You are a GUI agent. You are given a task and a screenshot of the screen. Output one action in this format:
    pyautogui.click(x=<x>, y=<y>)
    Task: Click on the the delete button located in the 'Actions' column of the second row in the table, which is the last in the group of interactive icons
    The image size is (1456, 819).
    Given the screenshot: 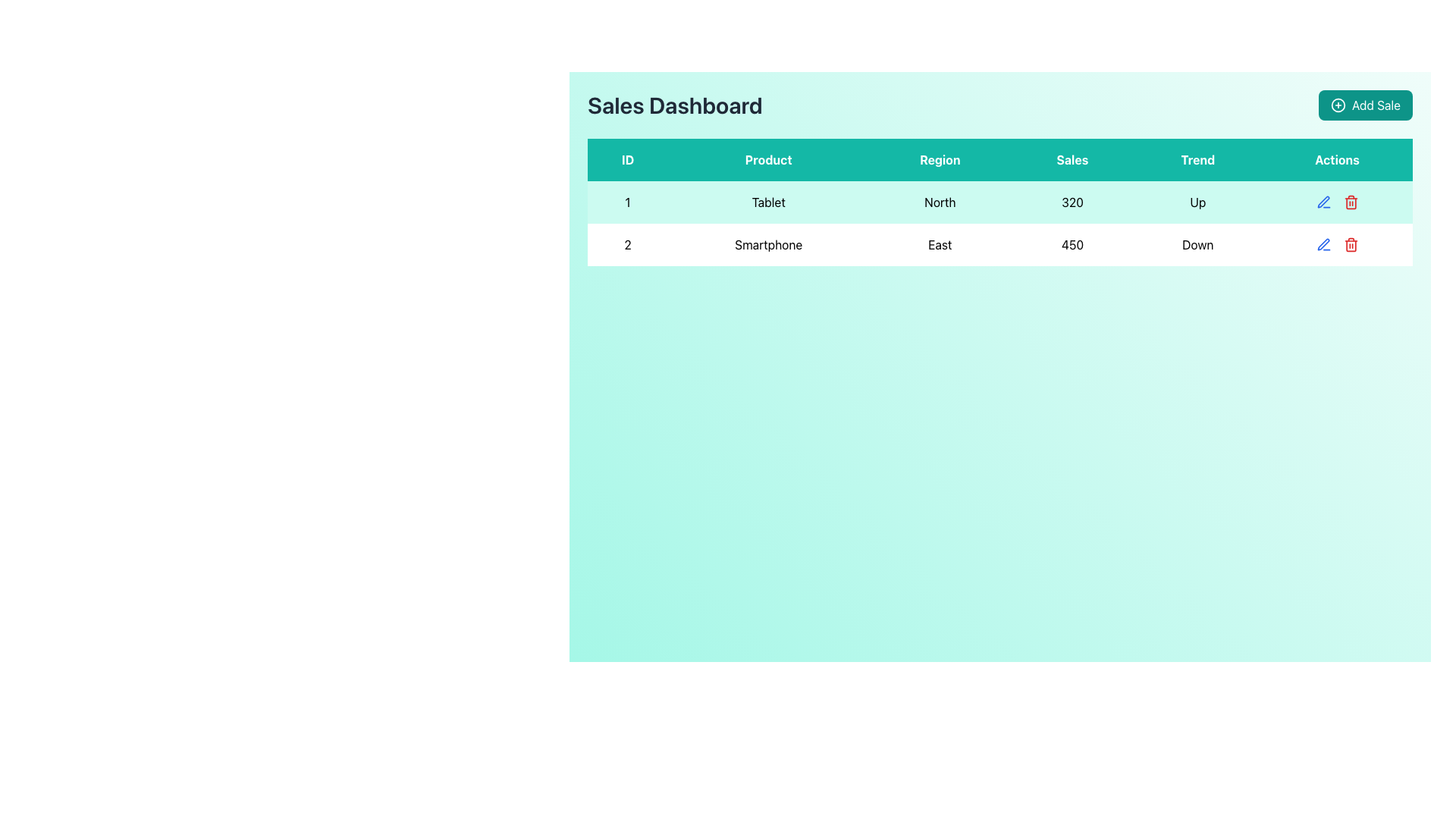 What is the action you would take?
    pyautogui.click(x=1351, y=201)
    